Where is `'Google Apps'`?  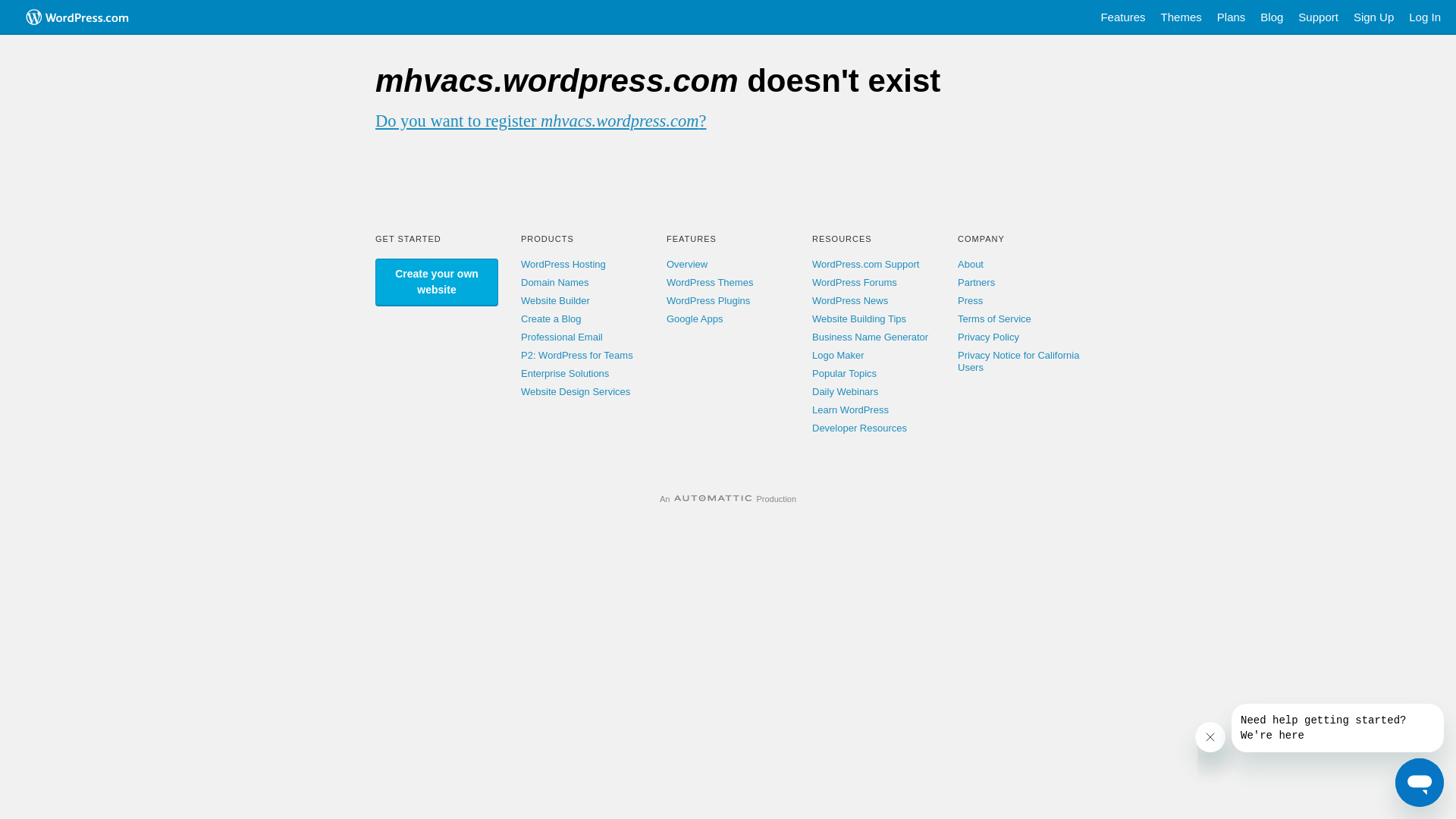
'Google Apps' is located at coordinates (694, 318).